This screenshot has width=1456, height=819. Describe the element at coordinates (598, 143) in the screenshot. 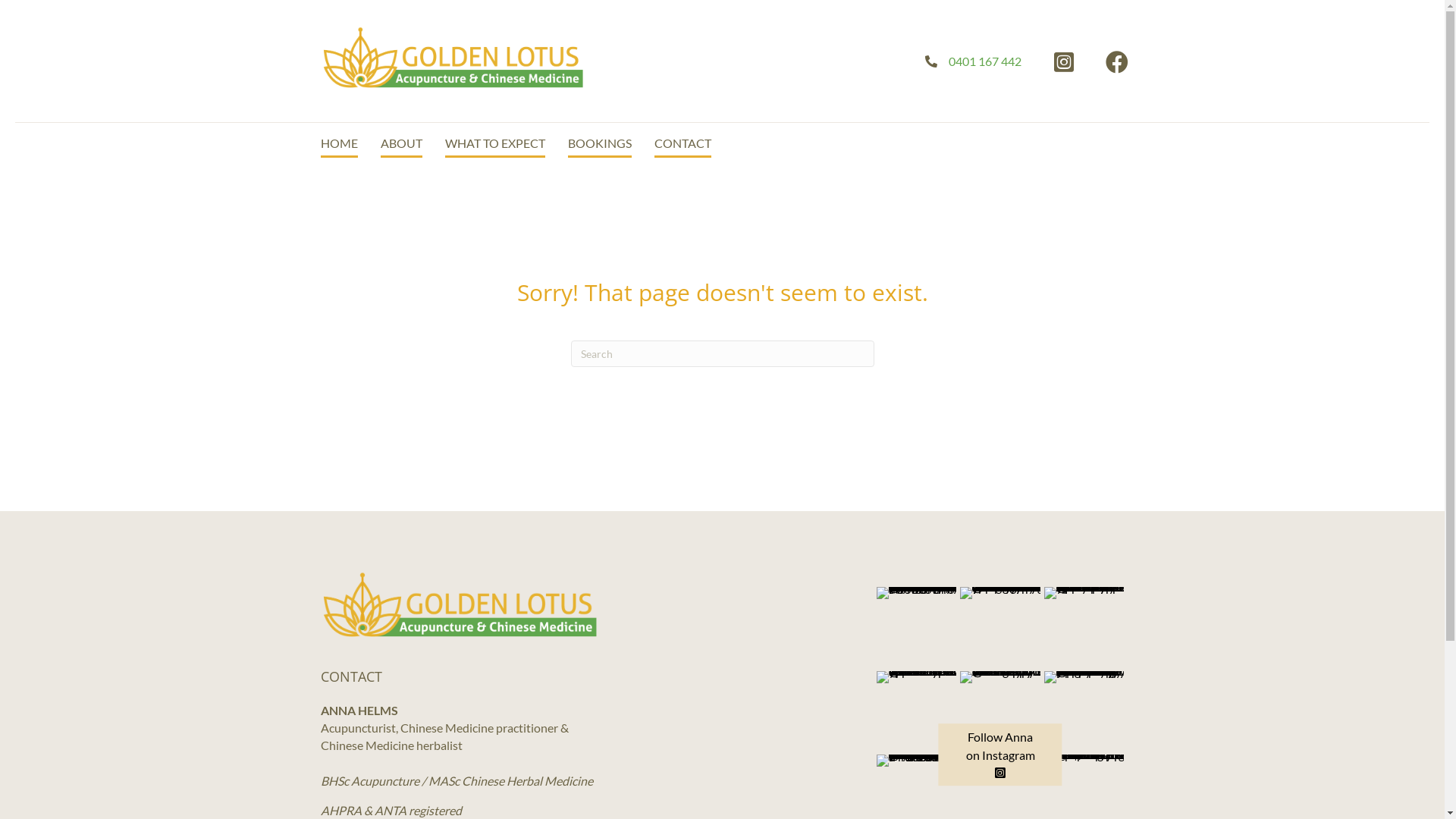

I see `'BOOKINGS'` at that location.